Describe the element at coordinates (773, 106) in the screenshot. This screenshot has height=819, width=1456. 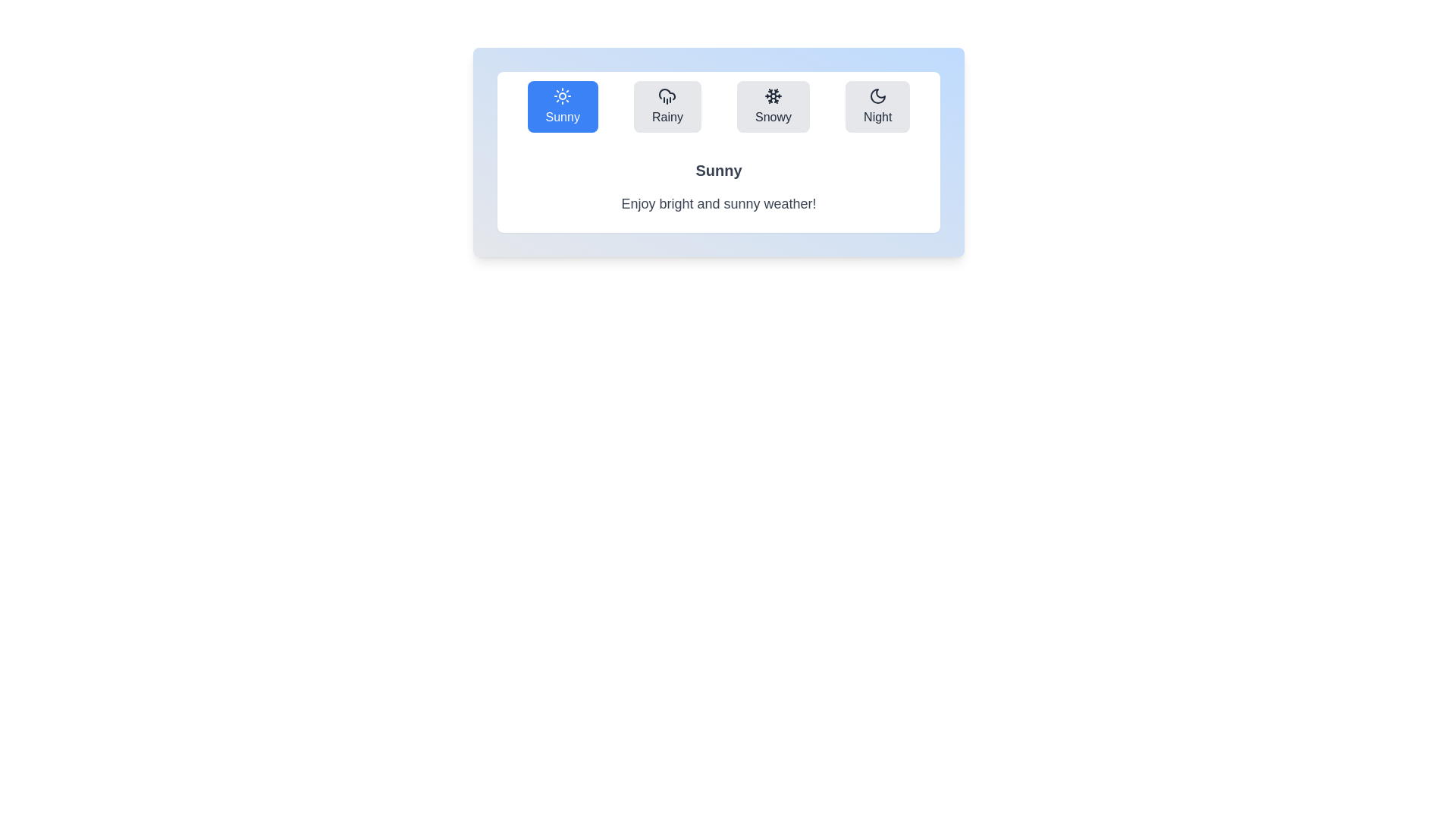
I see `the weather condition icon corresponding to Snowy` at that location.